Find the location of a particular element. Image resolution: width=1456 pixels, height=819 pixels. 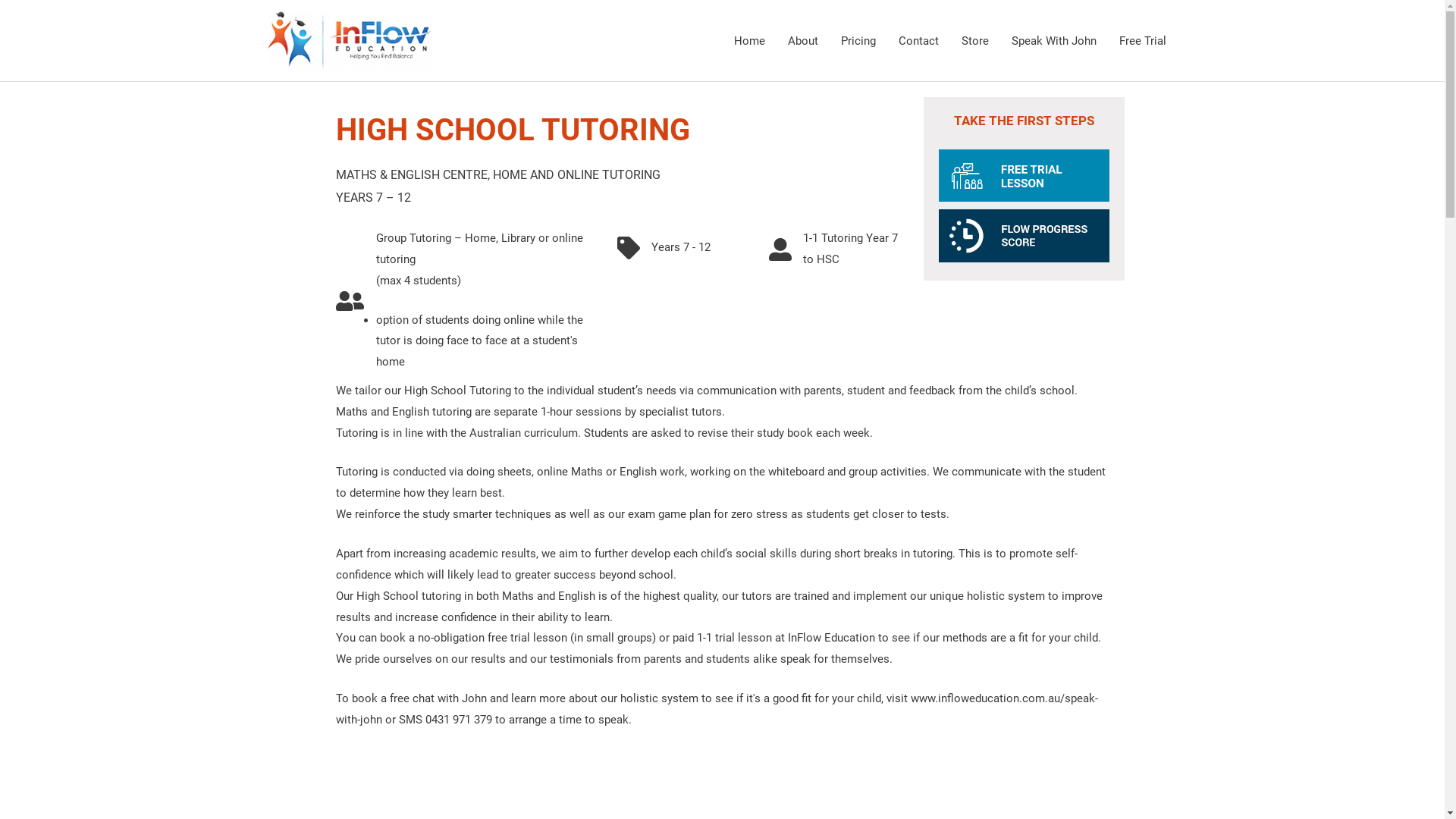

'freeclass' is located at coordinates (1024, 174).